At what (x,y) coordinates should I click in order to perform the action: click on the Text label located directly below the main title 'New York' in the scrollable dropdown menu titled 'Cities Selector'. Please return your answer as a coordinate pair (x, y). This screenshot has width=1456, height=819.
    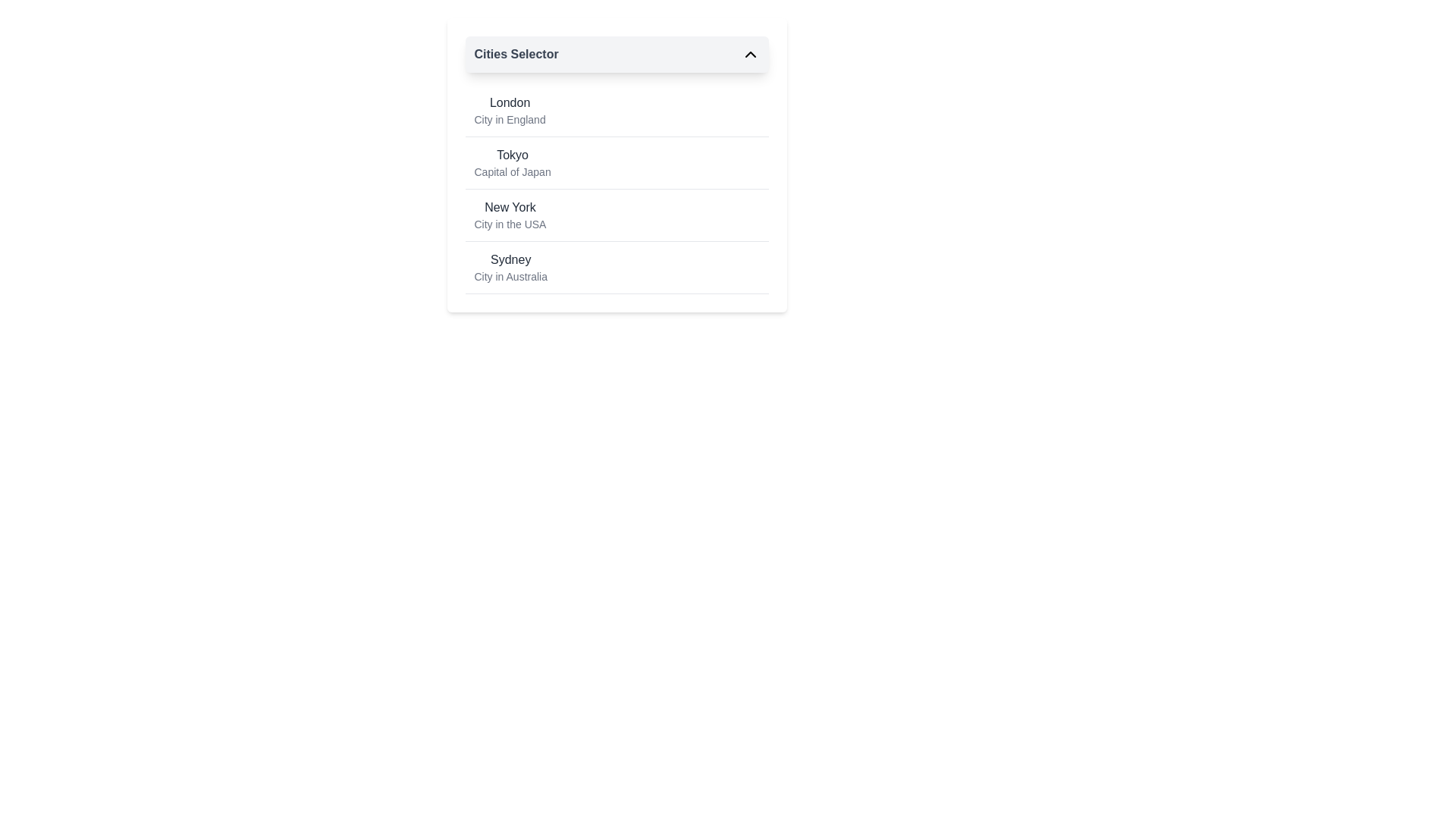
    Looking at the image, I should click on (510, 224).